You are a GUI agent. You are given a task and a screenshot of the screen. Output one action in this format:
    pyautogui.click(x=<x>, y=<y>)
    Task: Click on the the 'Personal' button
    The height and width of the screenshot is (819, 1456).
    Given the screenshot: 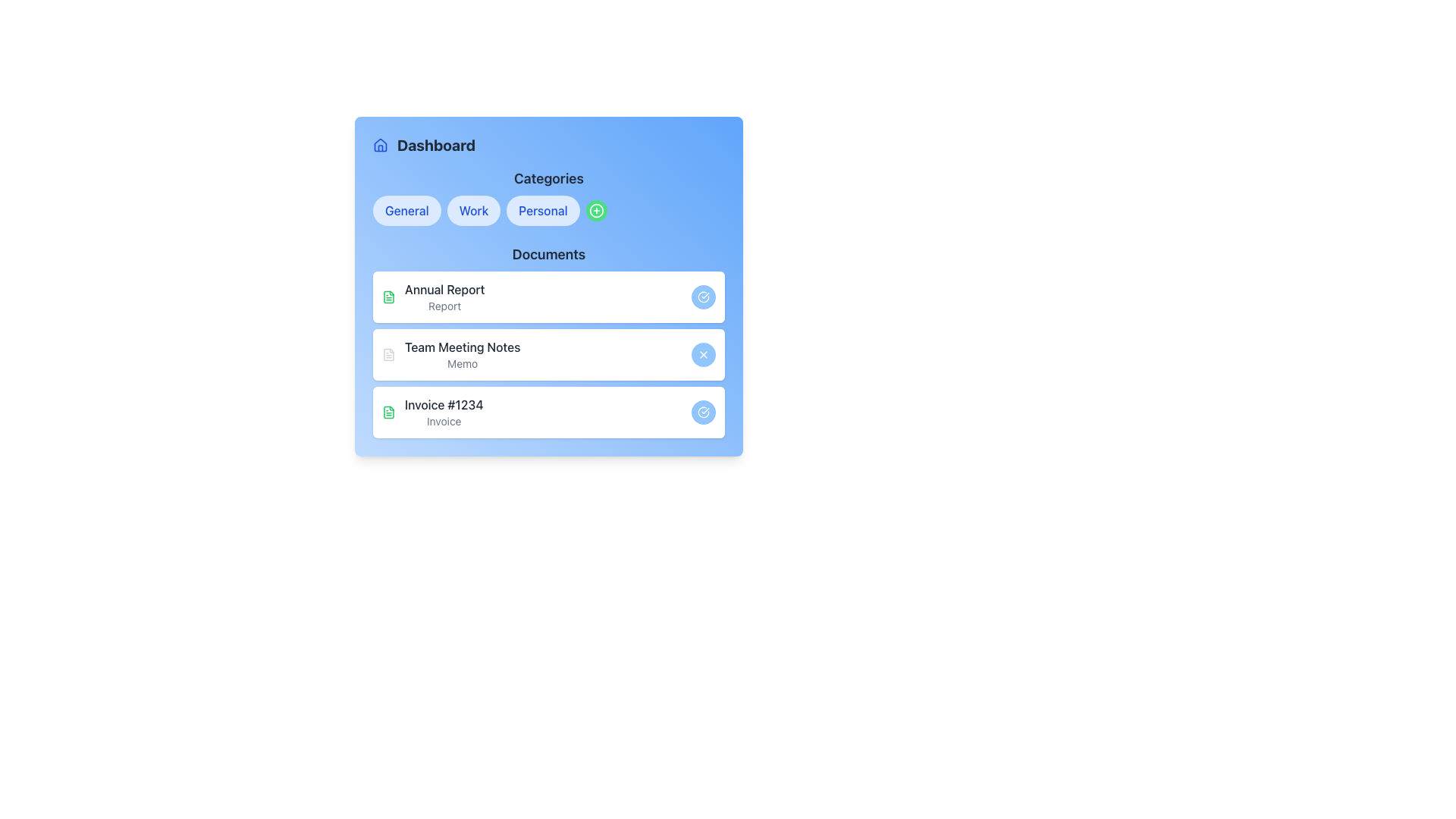 What is the action you would take?
    pyautogui.click(x=548, y=210)
    